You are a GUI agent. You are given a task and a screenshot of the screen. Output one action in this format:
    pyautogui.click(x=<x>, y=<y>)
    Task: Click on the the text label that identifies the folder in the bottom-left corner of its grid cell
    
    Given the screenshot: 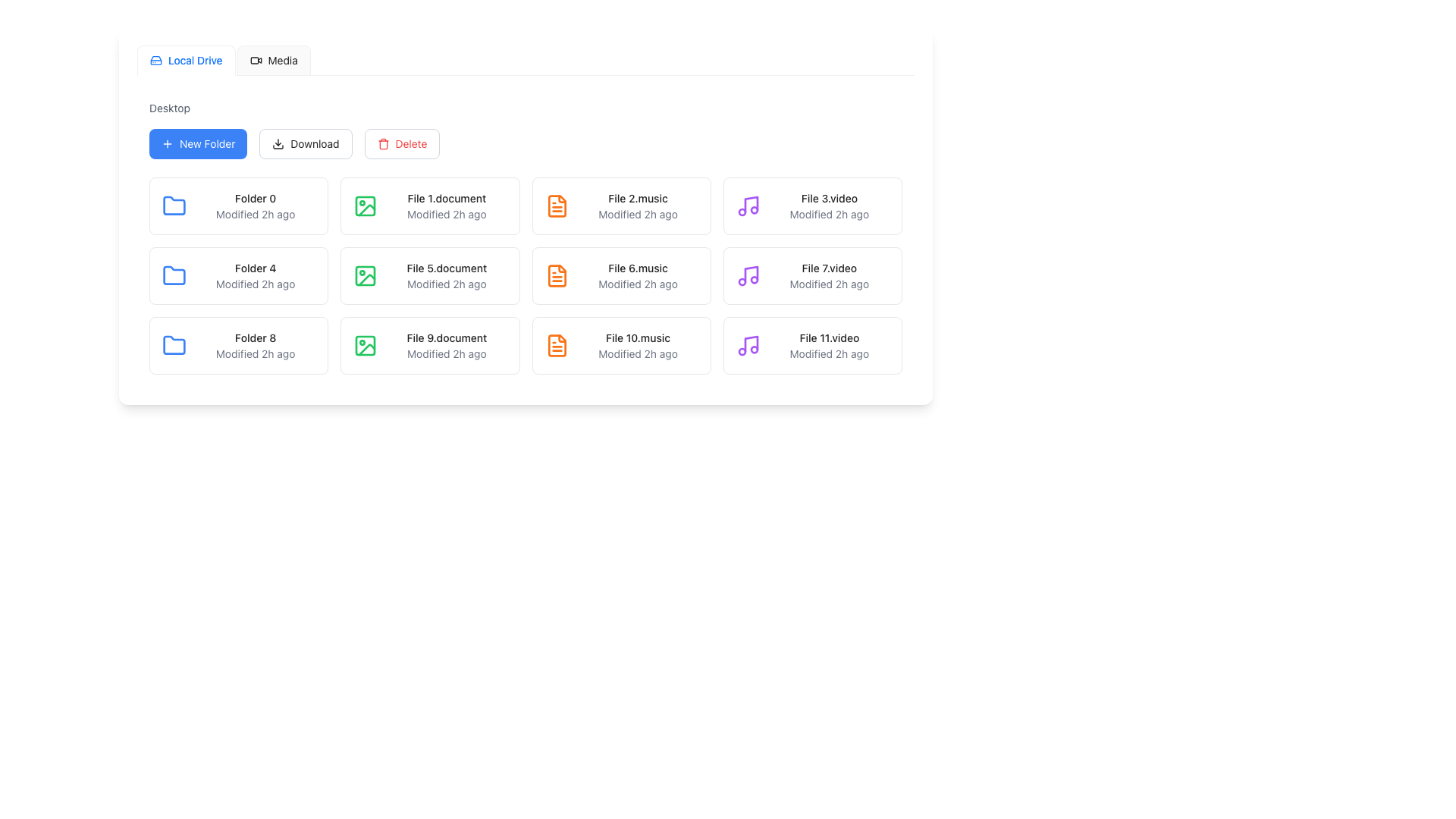 What is the action you would take?
    pyautogui.click(x=256, y=337)
    